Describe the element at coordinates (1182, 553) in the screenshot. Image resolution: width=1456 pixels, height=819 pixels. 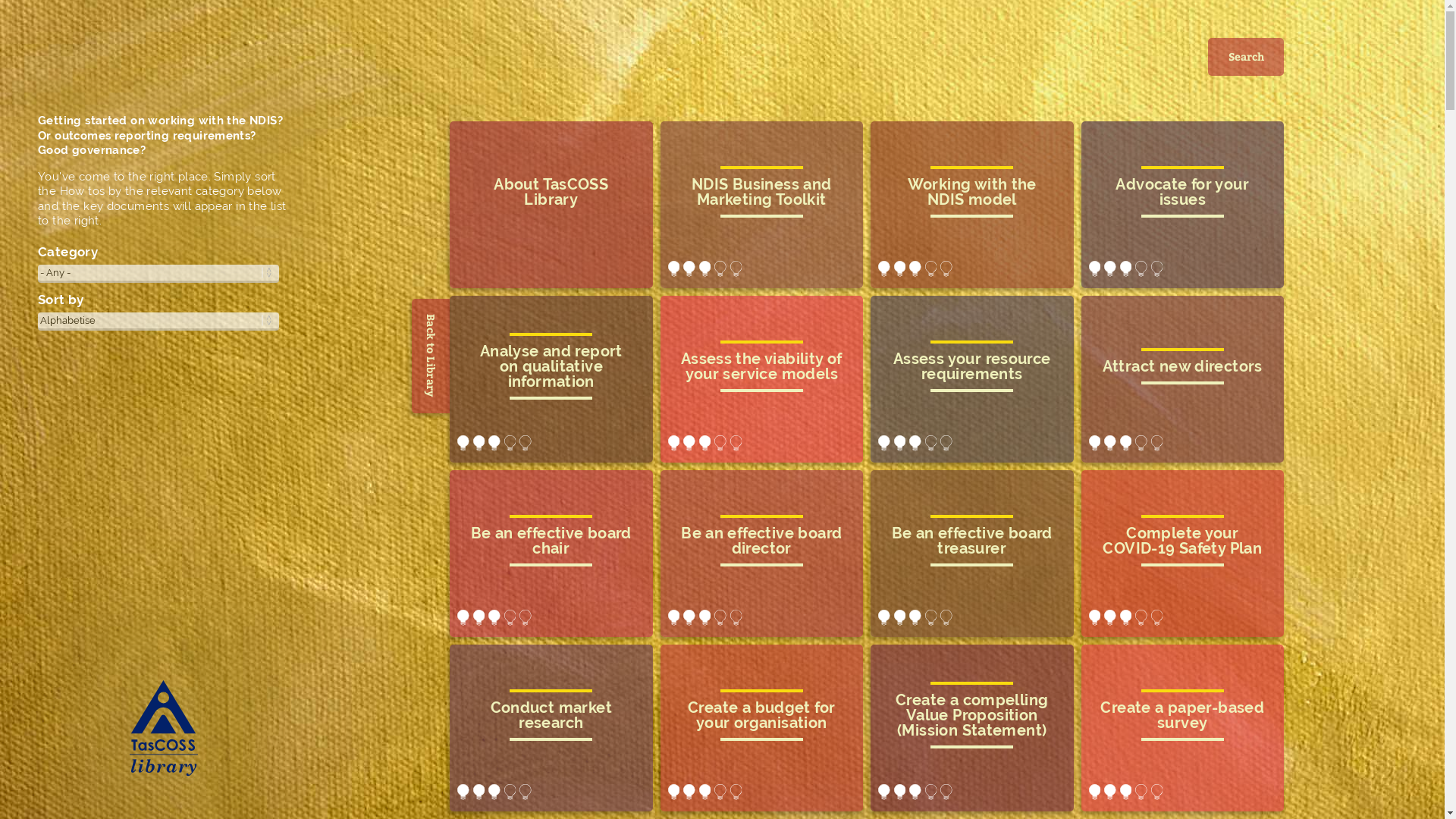
I see `'complete your COVID-19 Safety Plan'` at that location.